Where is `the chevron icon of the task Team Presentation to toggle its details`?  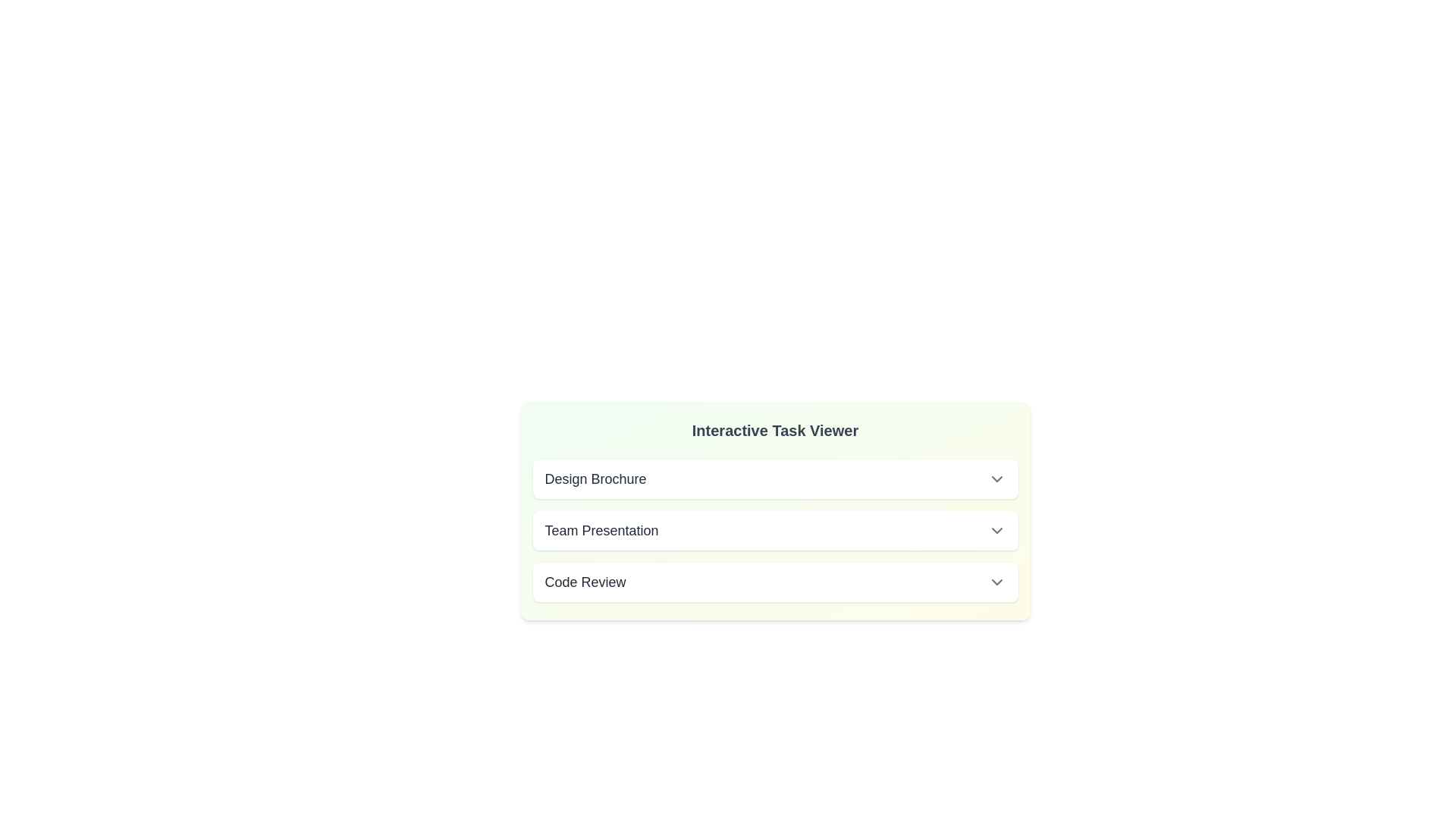 the chevron icon of the task Team Presentation to toggle its details is located at coordinates (996, 529).